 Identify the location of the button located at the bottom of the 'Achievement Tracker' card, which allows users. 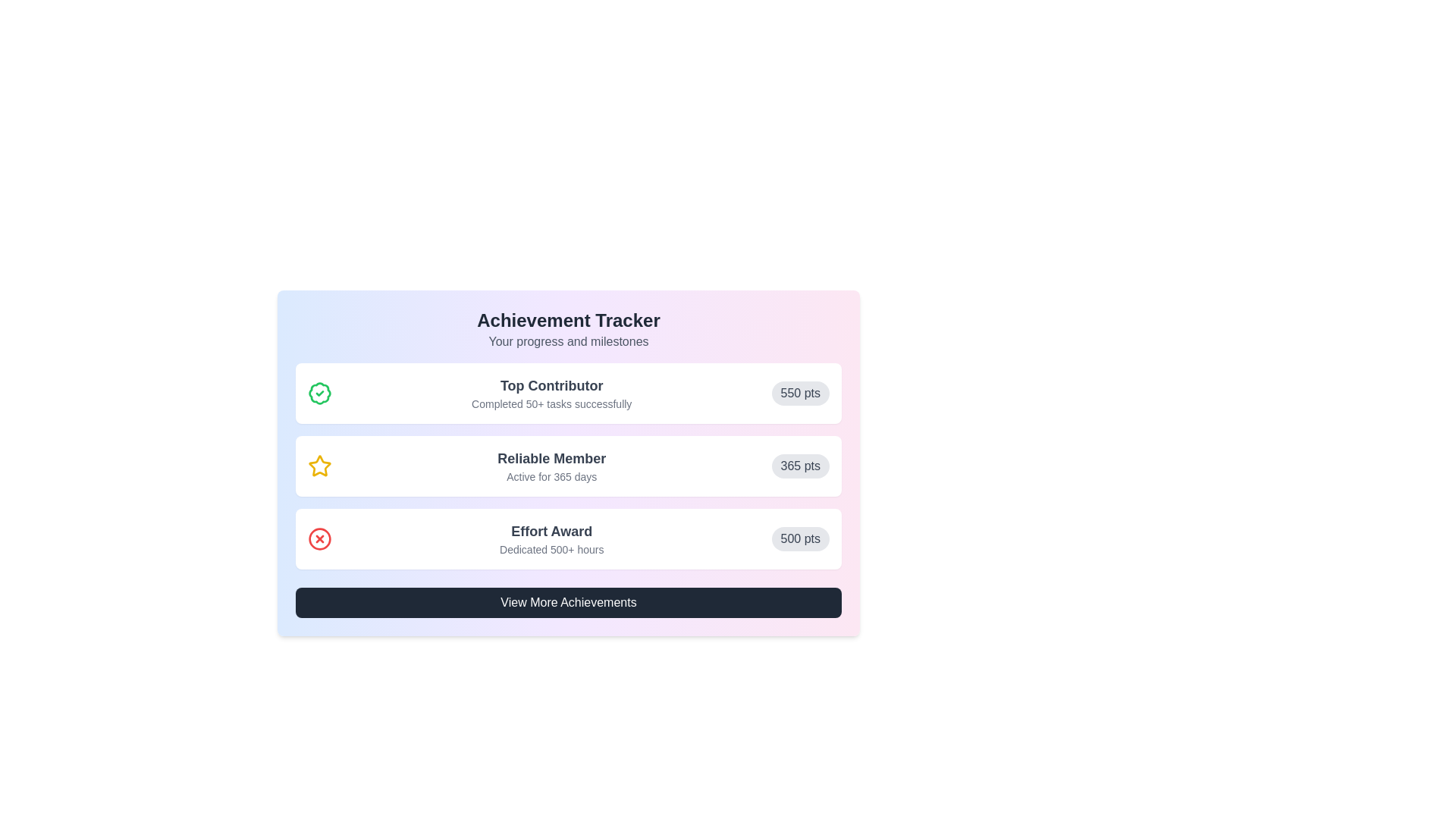
(567, 601).